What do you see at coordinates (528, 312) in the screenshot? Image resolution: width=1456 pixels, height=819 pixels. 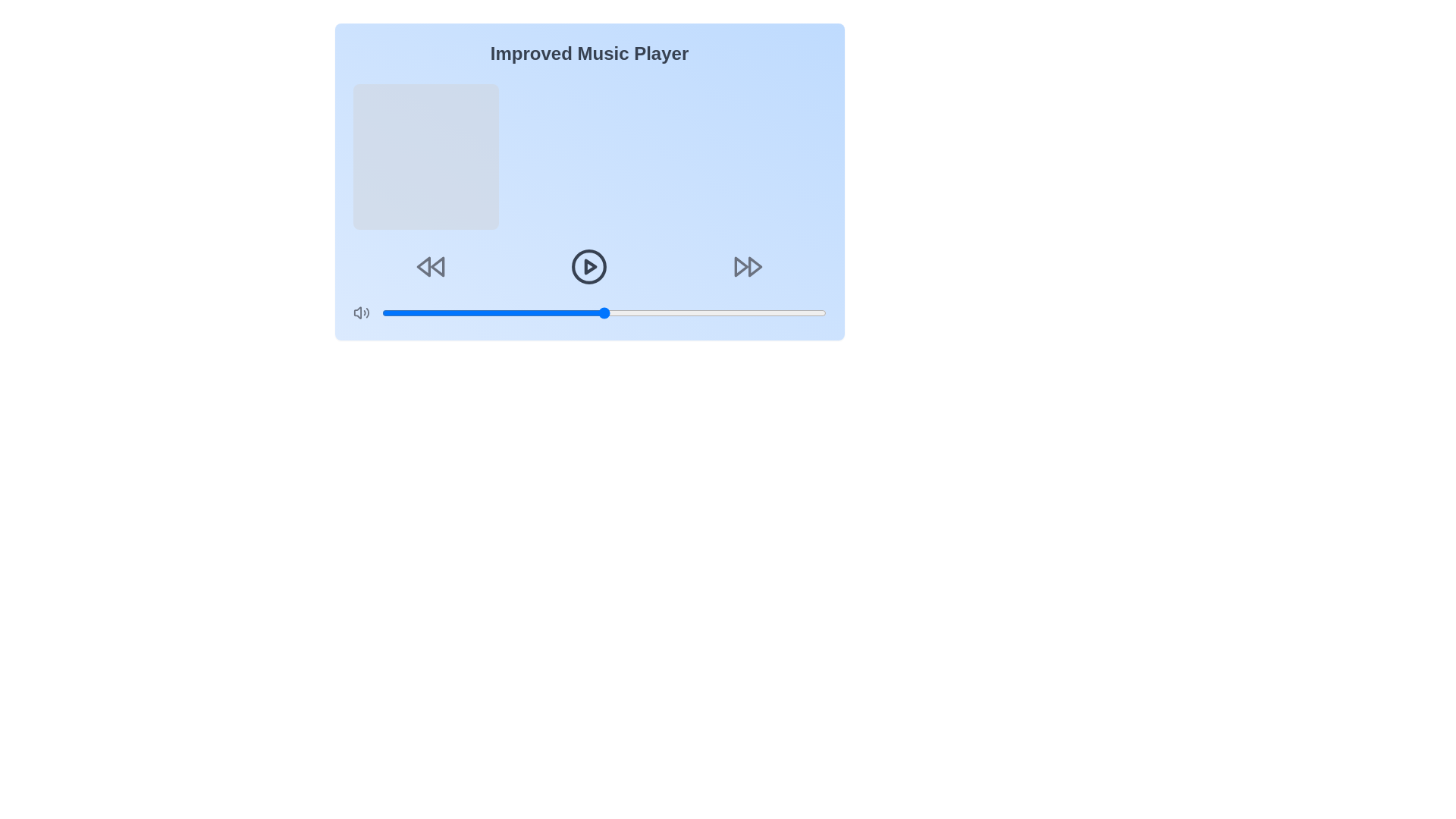 I see `the volume` at bounding box center [528, 312].